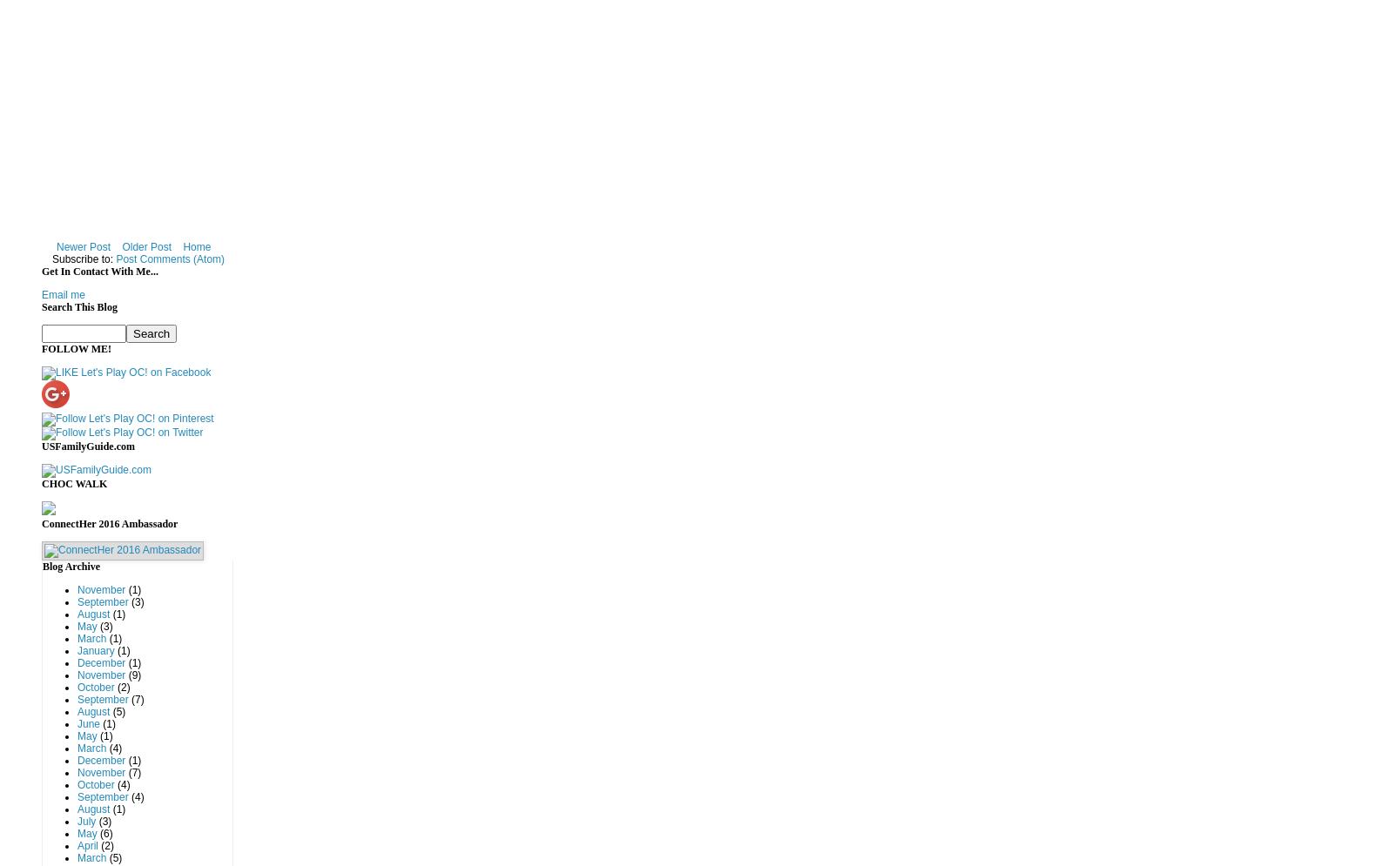 Image resolution: width=1400 pixels, height=866 pixels. What do you see at coordinates (145, 245) in the screenshot?
I see `'Older Post'` at bounding box center [145, 245].